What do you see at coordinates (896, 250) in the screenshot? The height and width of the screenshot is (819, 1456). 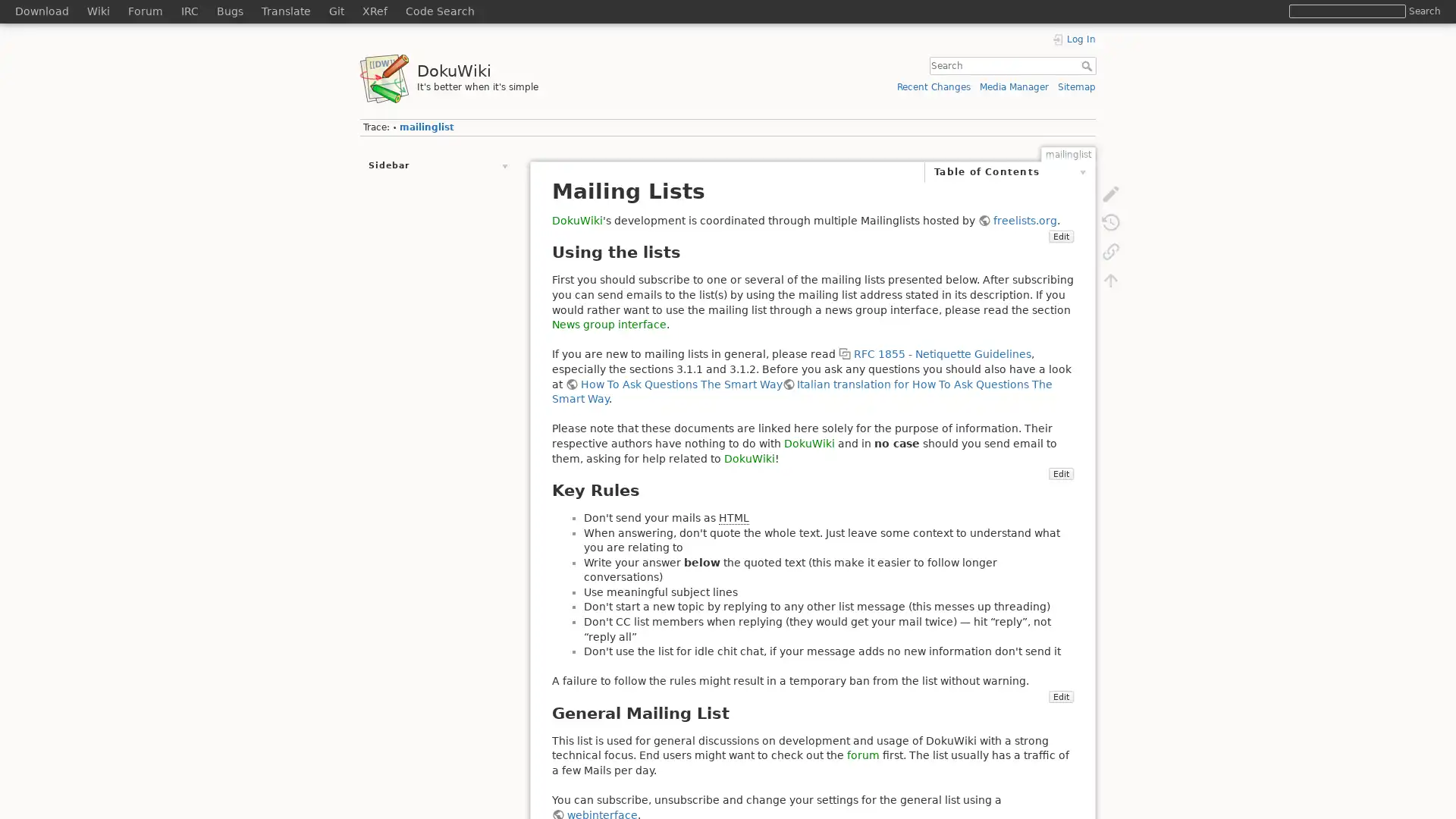 I see `Edit` at bounding box center [896, 250].